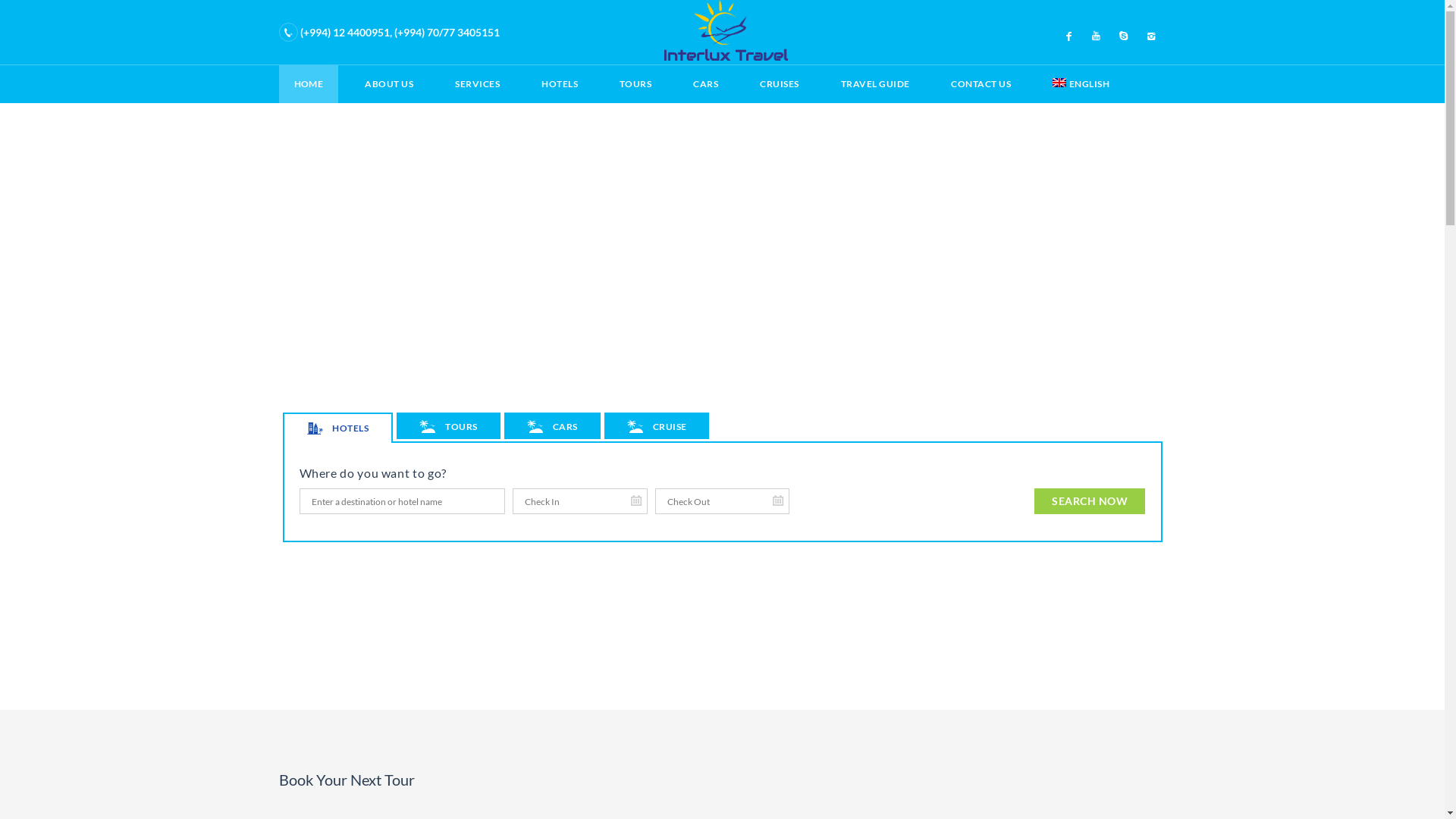 This screenshot has height=819, width=1456. What do you see at coordinates (1037, 84) in the screenshot?
I see `'ENGLISH'` at bounding box center [1037, 84].